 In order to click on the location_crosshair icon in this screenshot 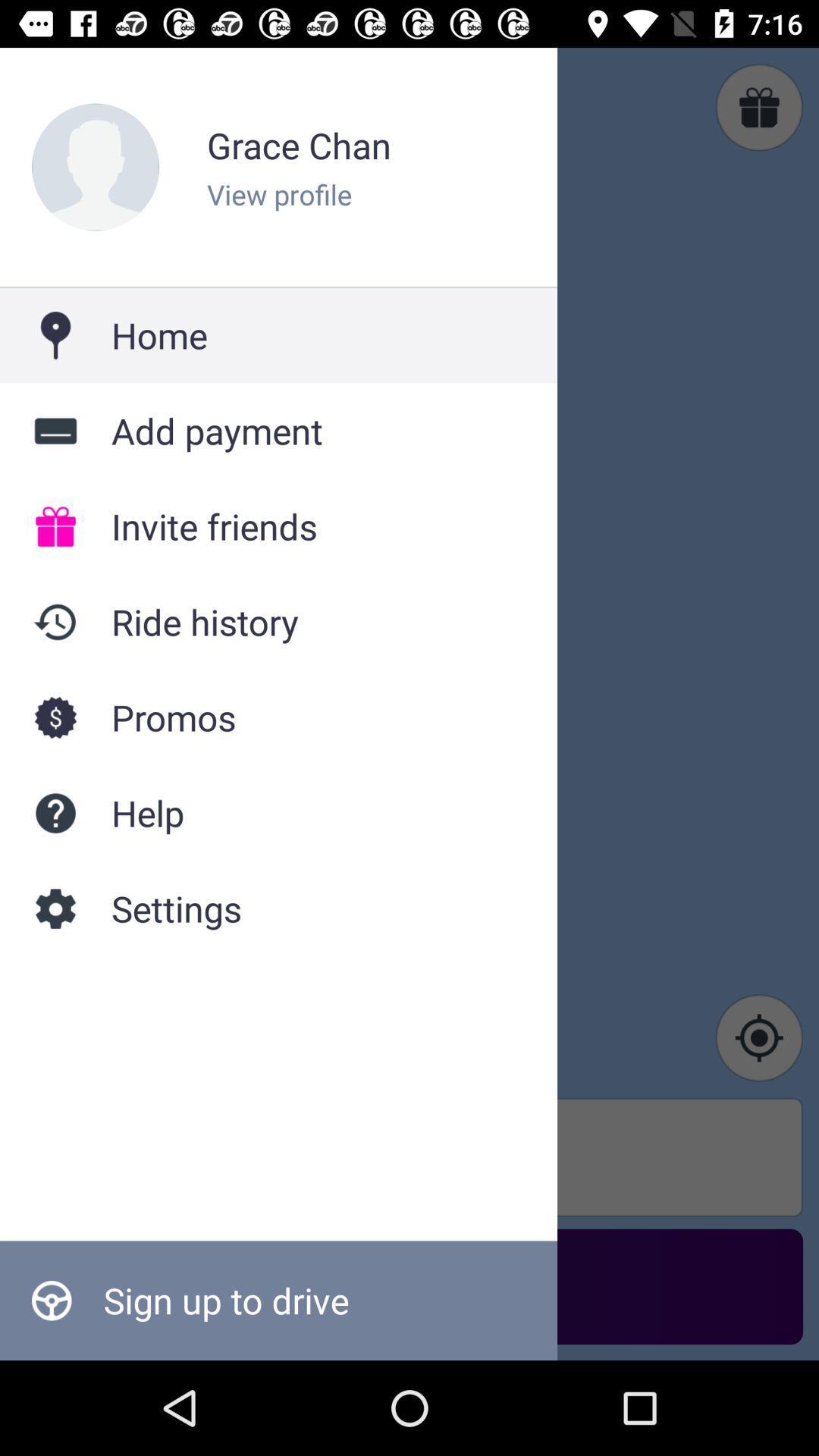, I will do `click(759, 1037)`.